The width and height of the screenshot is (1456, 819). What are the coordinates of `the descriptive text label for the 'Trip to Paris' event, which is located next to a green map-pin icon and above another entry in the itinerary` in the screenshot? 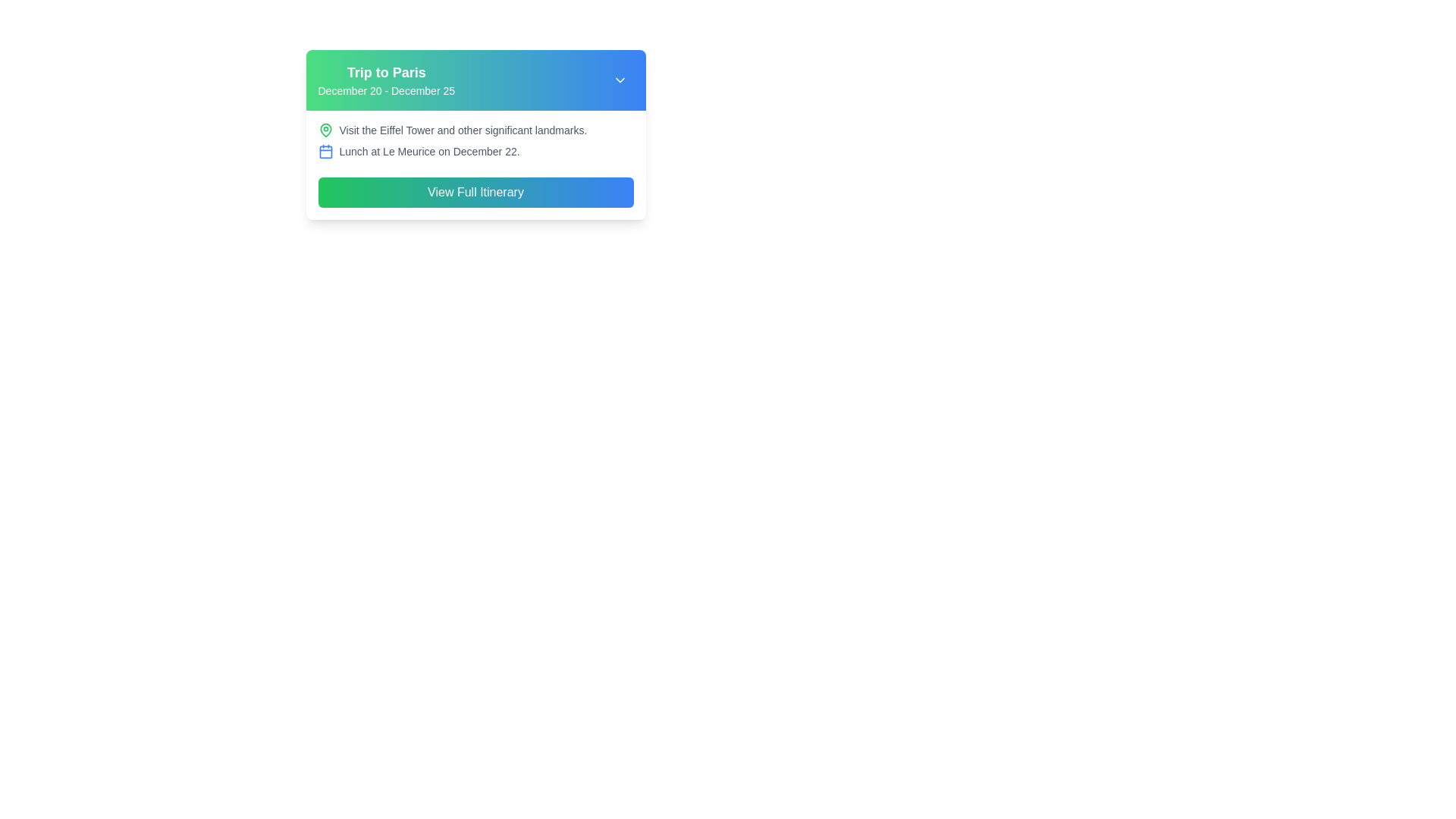 It's located at (462, 130).